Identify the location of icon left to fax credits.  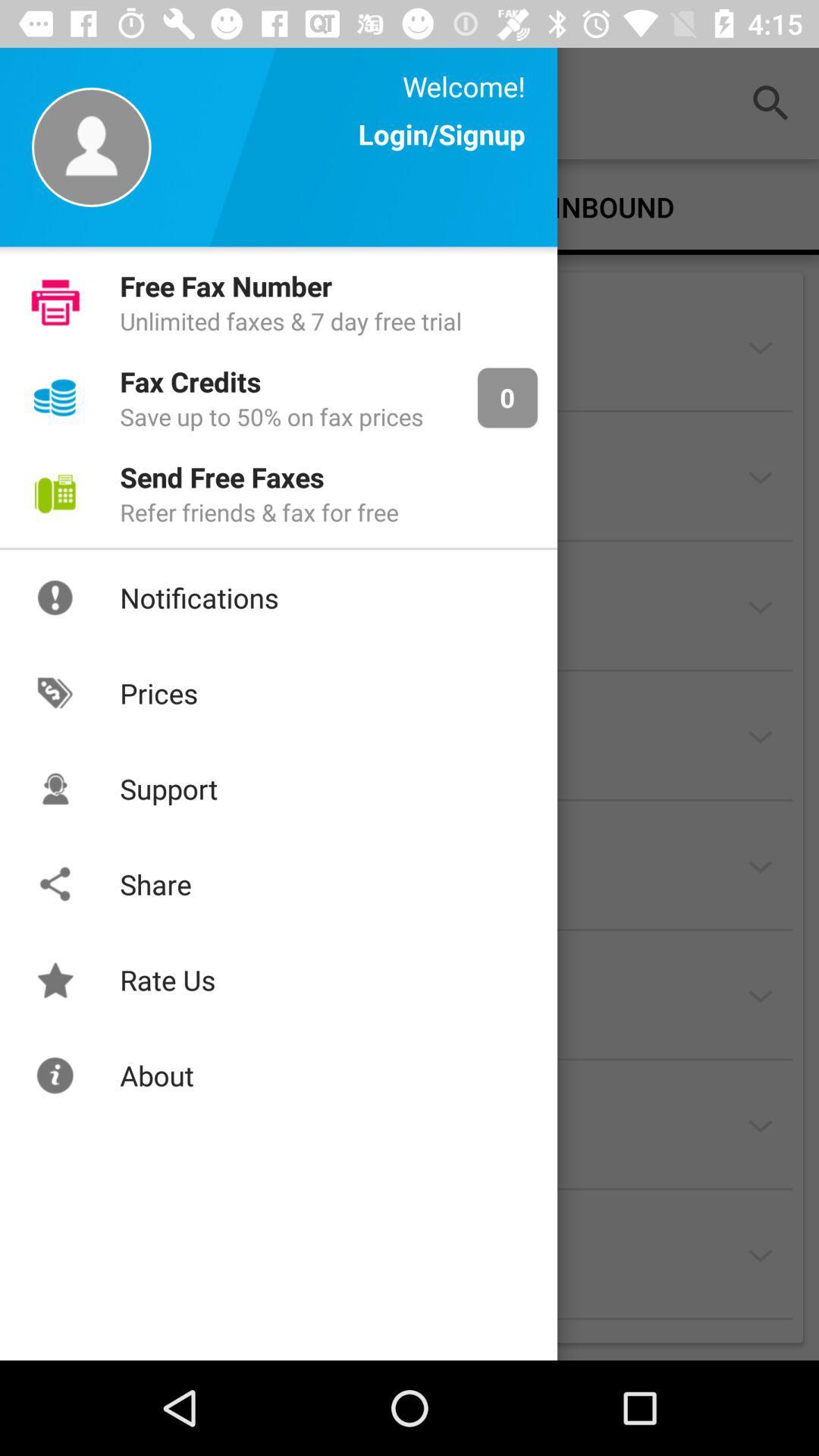
(55, 397).